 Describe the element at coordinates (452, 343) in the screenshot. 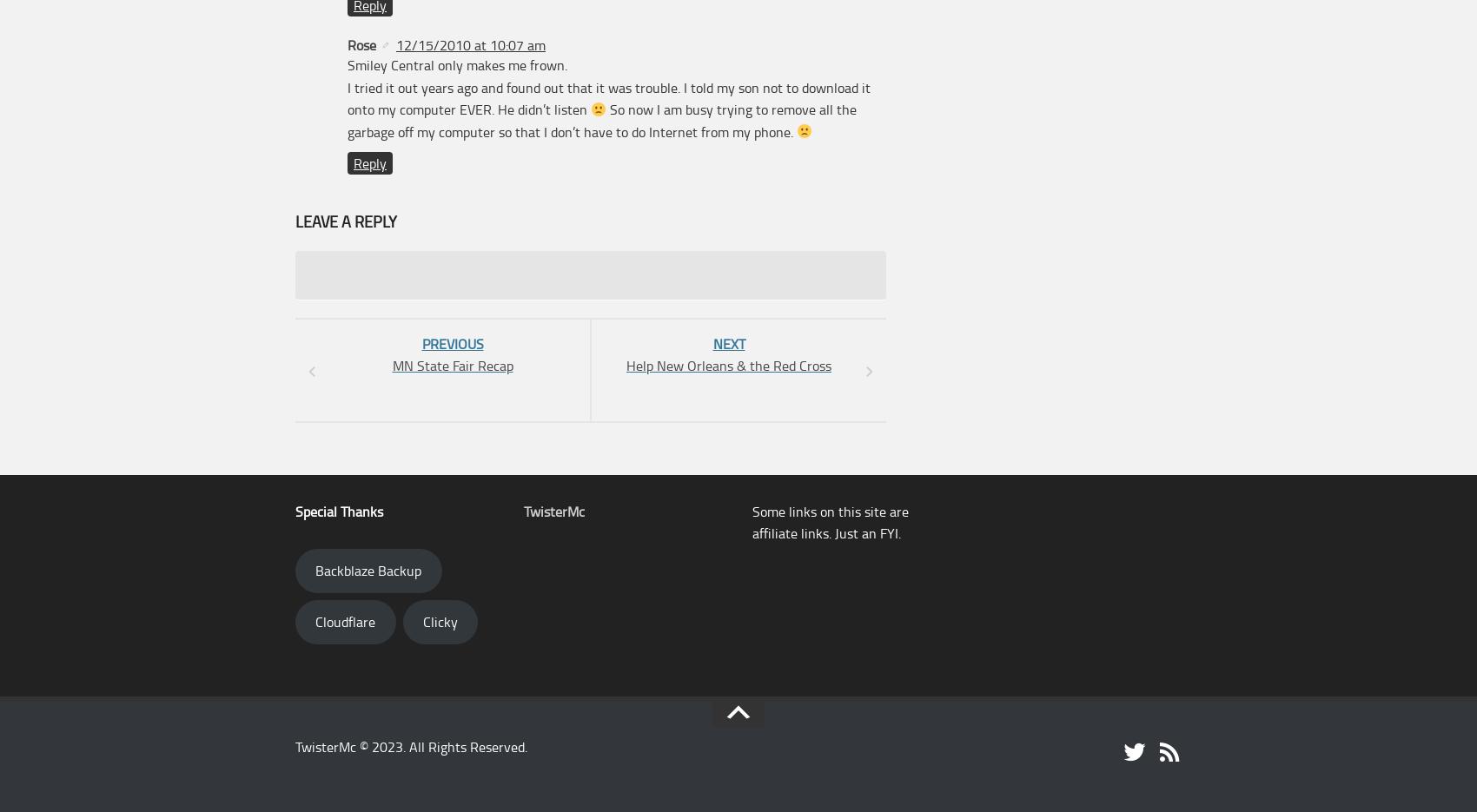

I see `'Previous'` at that location.